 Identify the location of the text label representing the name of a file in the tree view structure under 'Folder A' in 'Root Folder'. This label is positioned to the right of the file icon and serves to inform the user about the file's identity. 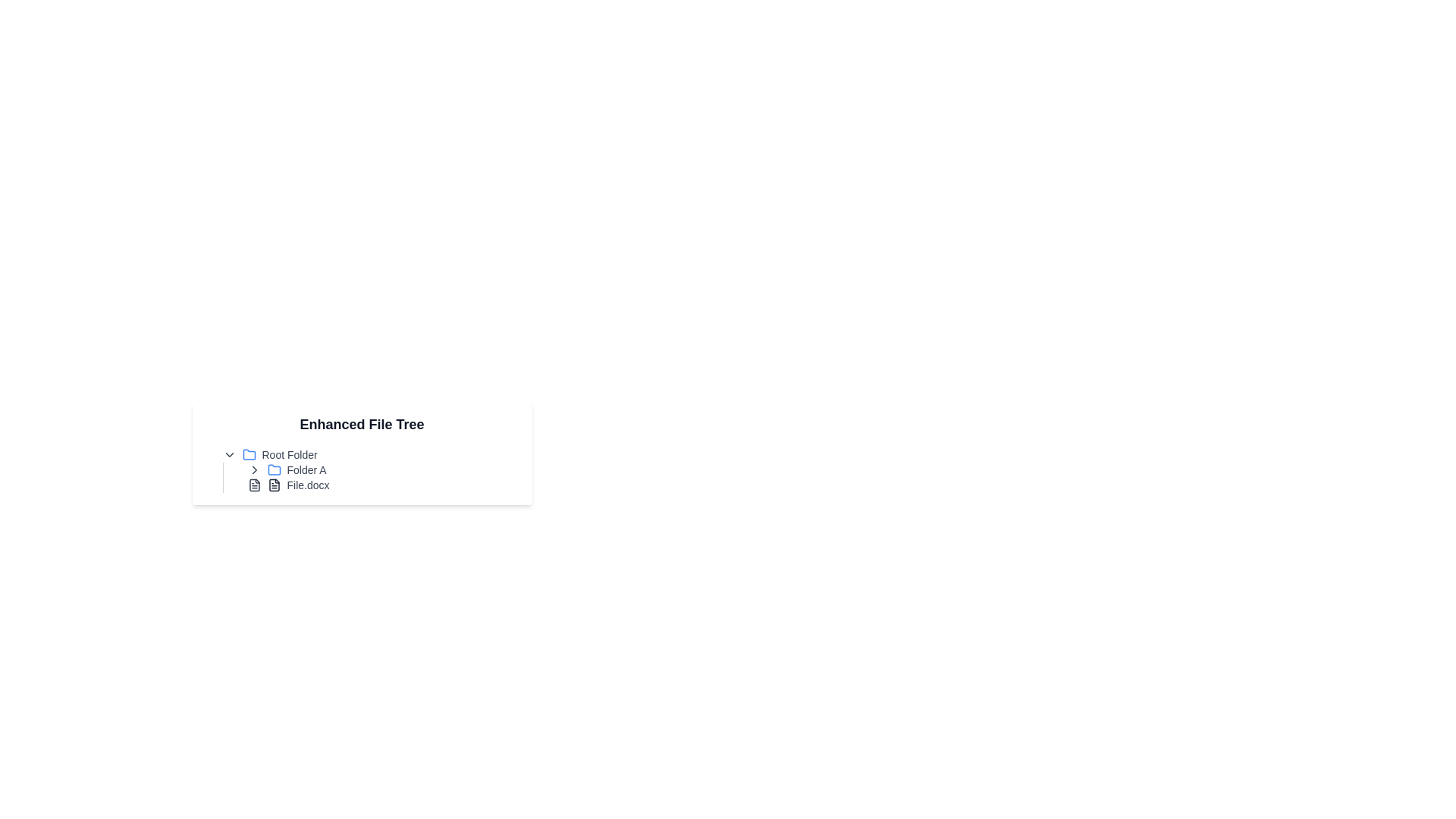
(307, 485).